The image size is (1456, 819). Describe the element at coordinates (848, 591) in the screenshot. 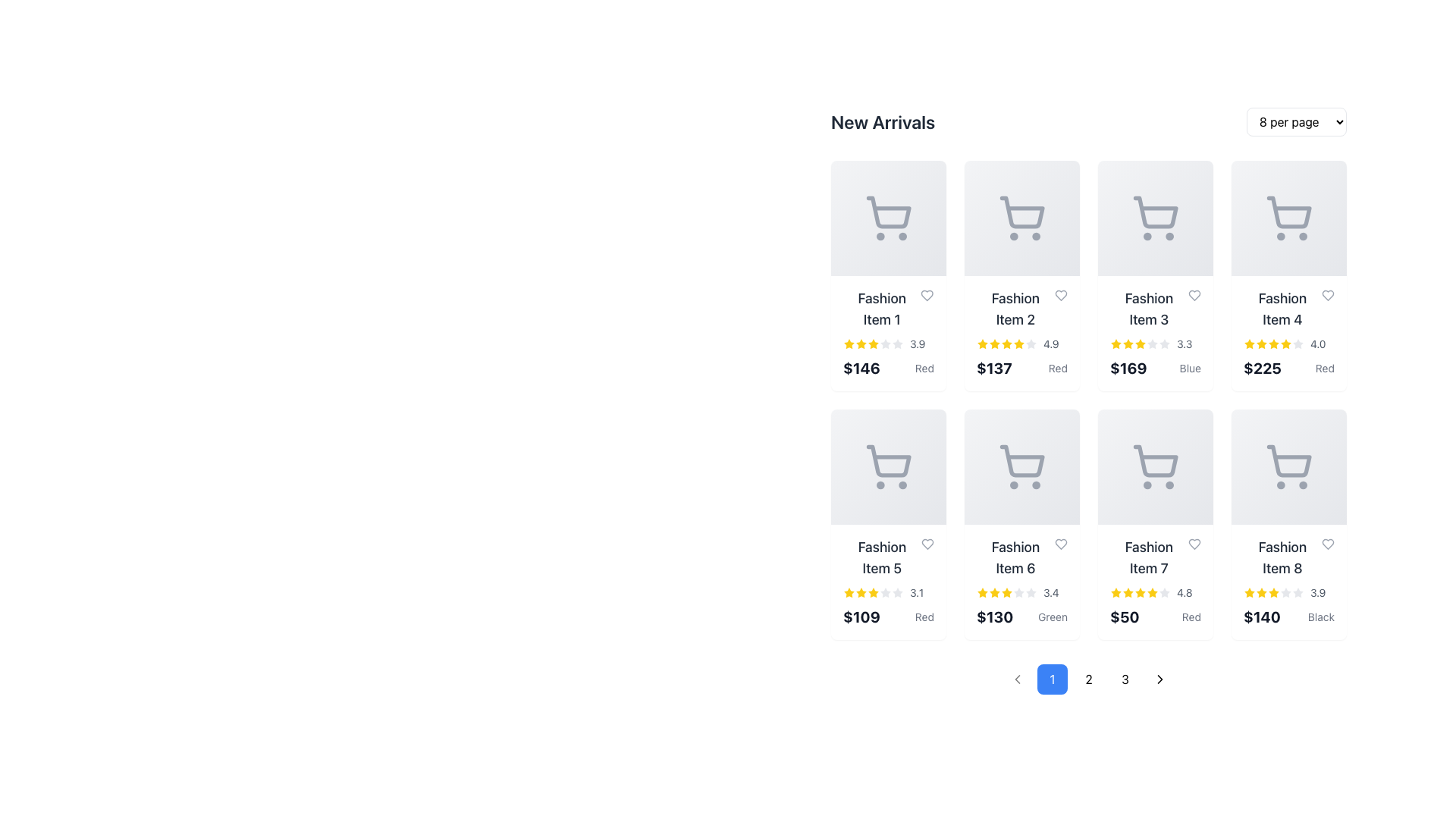

I see `the star-shaped rating icon for 'Fashion Item 5', which is prominently yellow and positioned in the second row, first column of the product grid, above the price` at that location.